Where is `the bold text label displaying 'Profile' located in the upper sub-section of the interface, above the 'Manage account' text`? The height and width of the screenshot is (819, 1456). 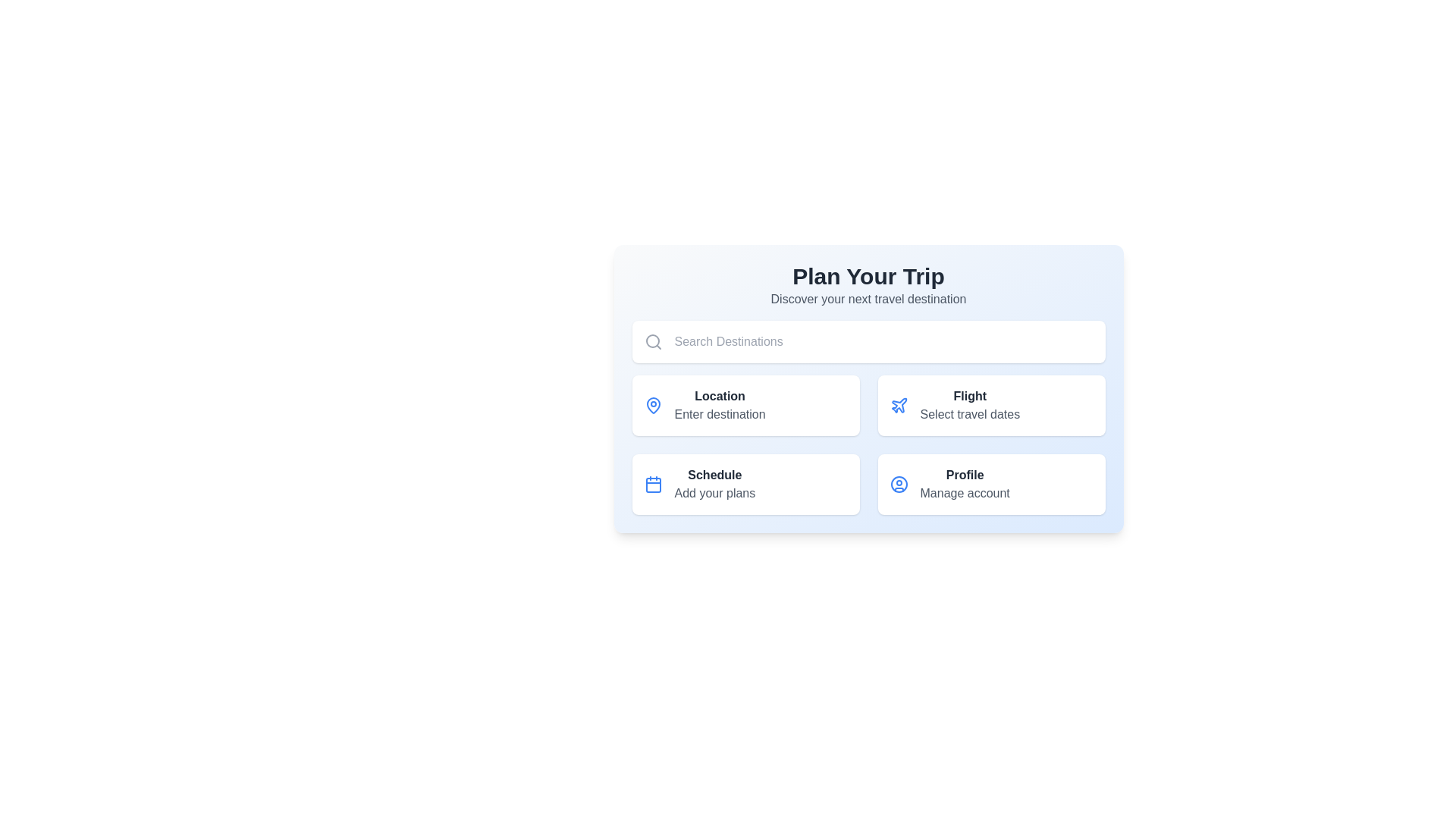
the bold text label displaying 'Profile' located in the upper sub-section of the interface, above the 'Manage account' text is located at coordinates (964, 475).